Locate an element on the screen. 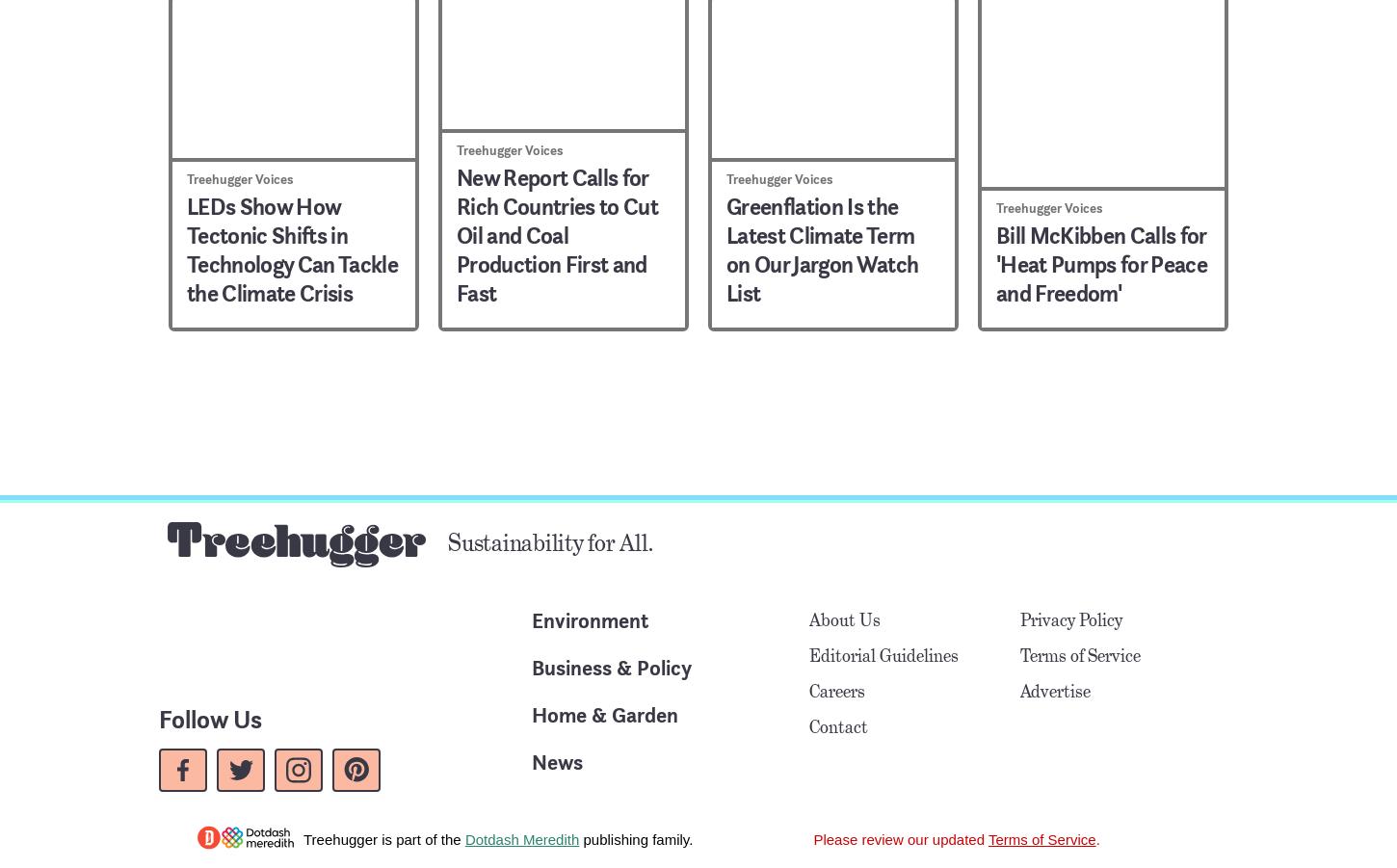  'News' is located at coordinates (557, 760).